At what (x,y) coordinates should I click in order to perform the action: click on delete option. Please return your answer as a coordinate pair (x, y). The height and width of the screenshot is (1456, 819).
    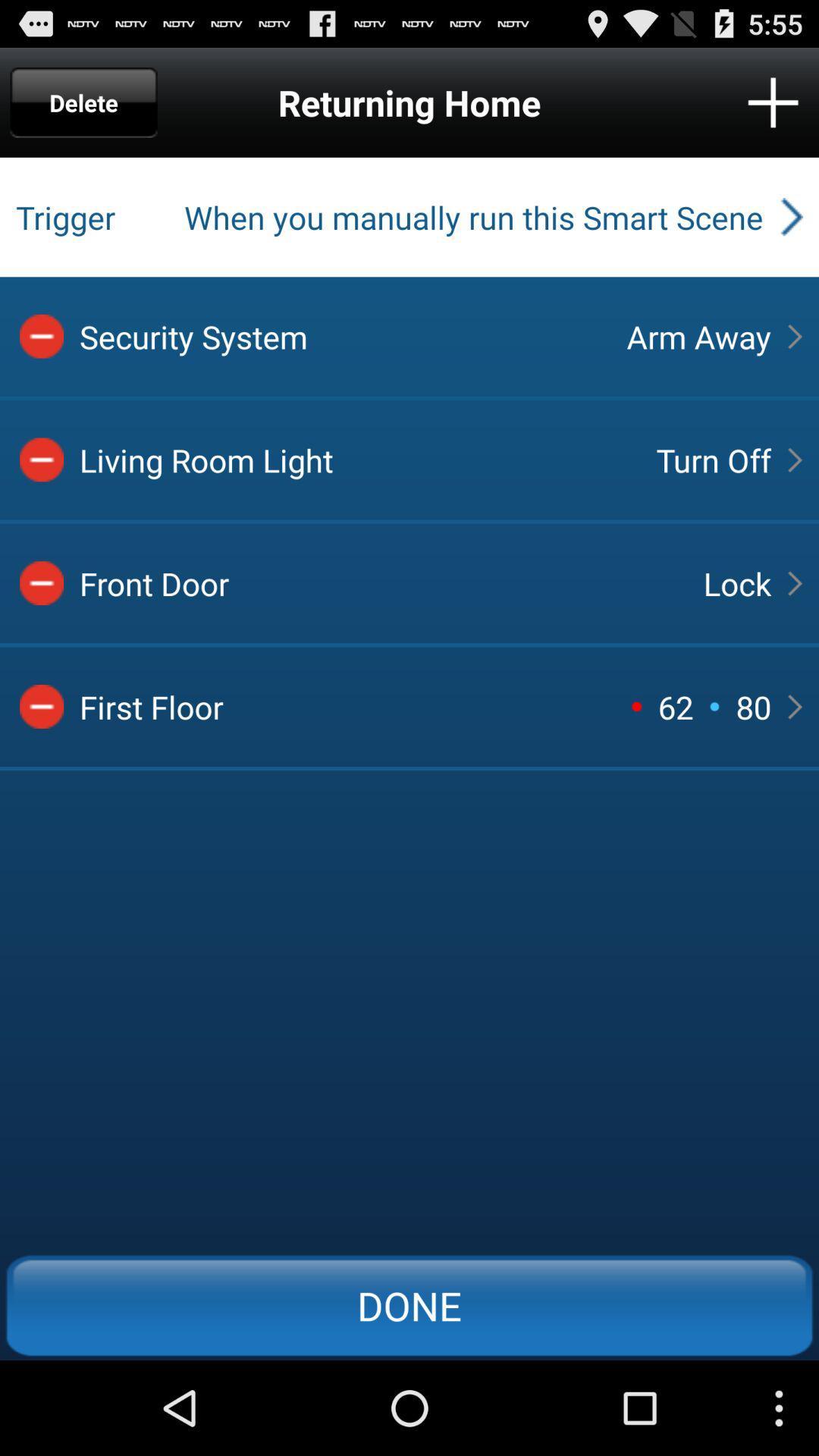
    Looking at the image, I should click on (41, 705).